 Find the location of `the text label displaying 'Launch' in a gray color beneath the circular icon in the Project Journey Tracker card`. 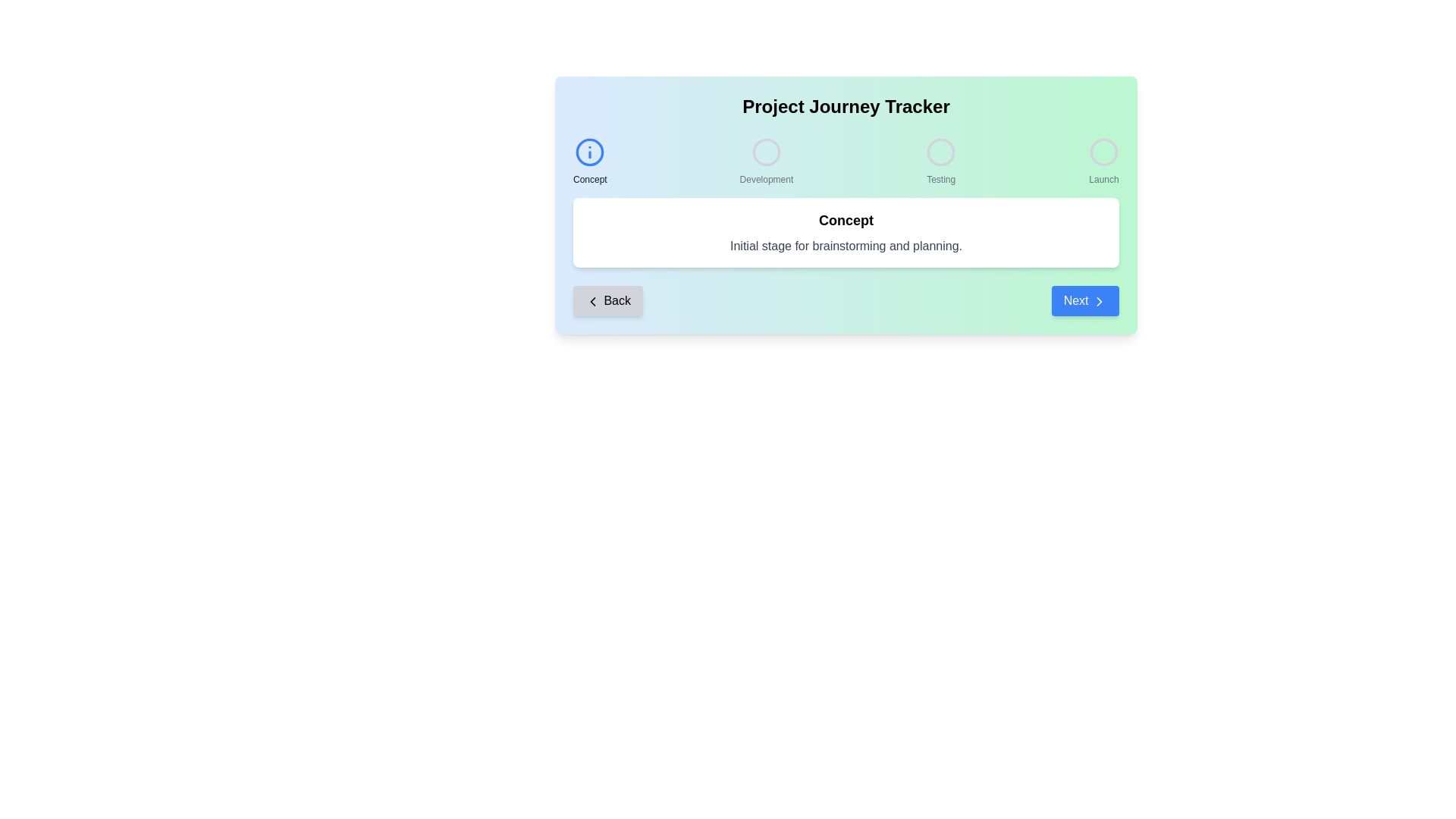

the text label displaying 'Launch' in a gray color beneath the circular icon in the Project Journey Tracker card is located at coordinates (1103, 178).